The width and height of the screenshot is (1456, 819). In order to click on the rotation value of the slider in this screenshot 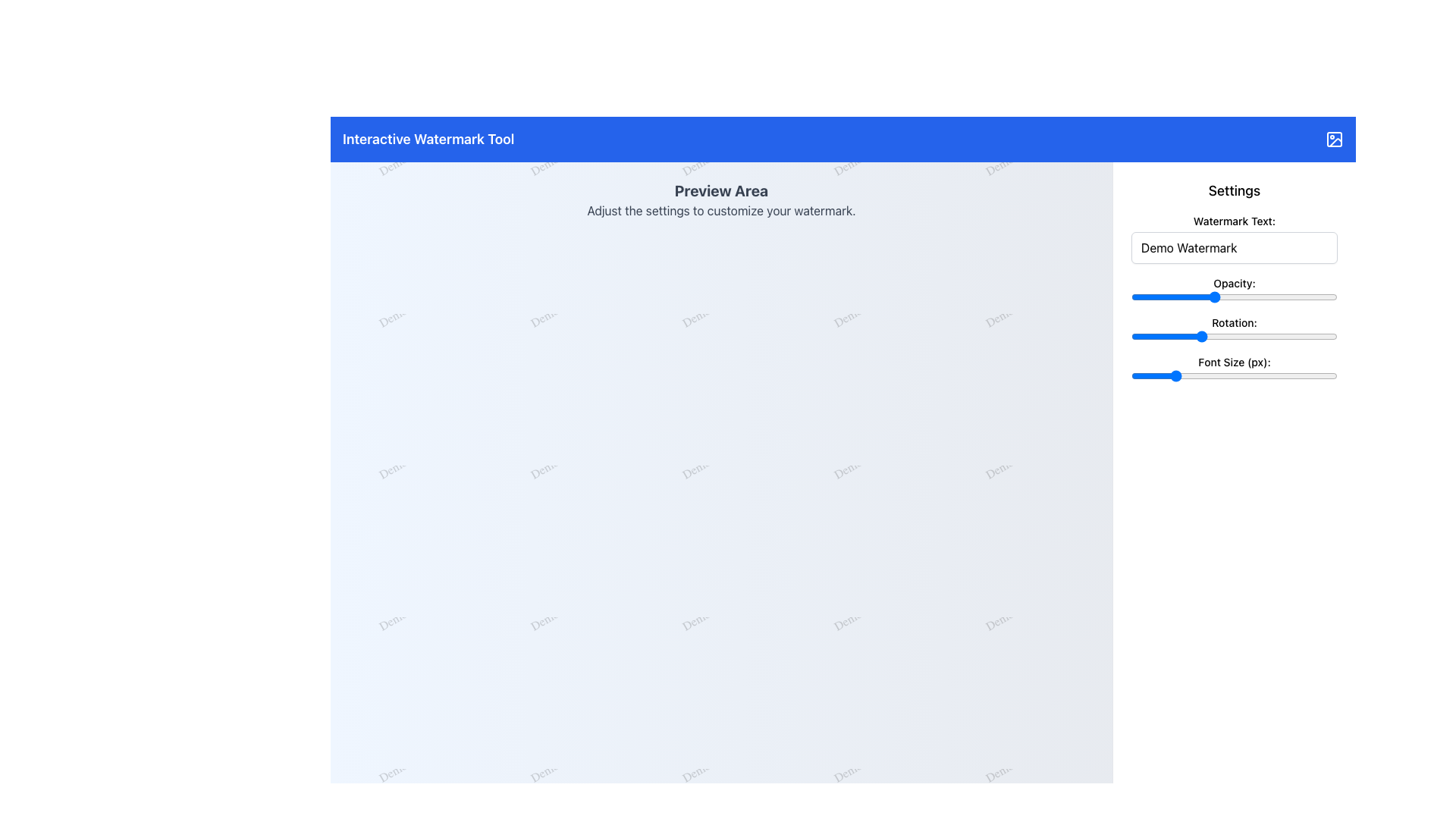, I will do `click(1190, 335)`.